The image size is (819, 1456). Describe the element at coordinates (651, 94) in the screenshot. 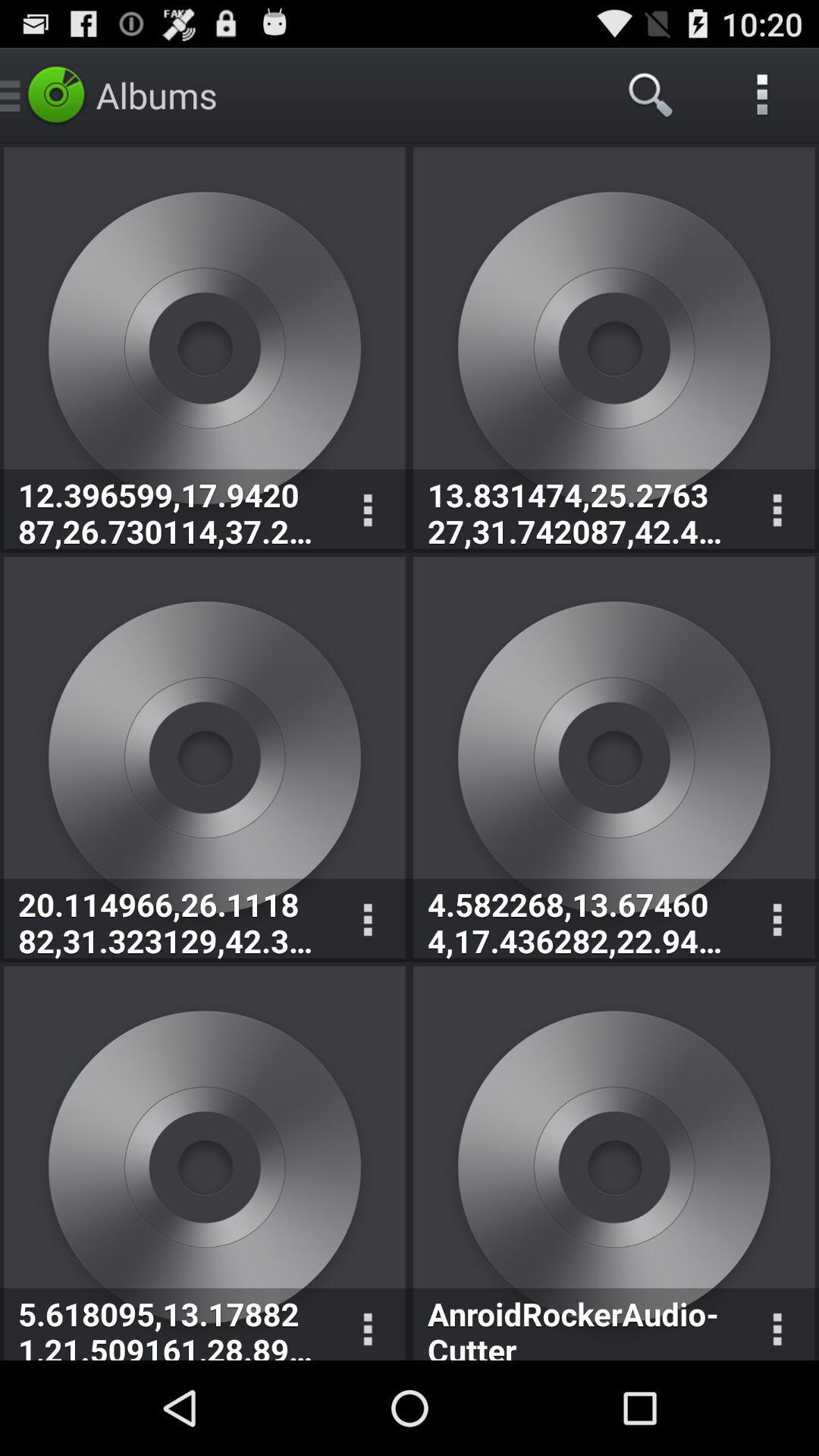

I see `the search icon` at that location.